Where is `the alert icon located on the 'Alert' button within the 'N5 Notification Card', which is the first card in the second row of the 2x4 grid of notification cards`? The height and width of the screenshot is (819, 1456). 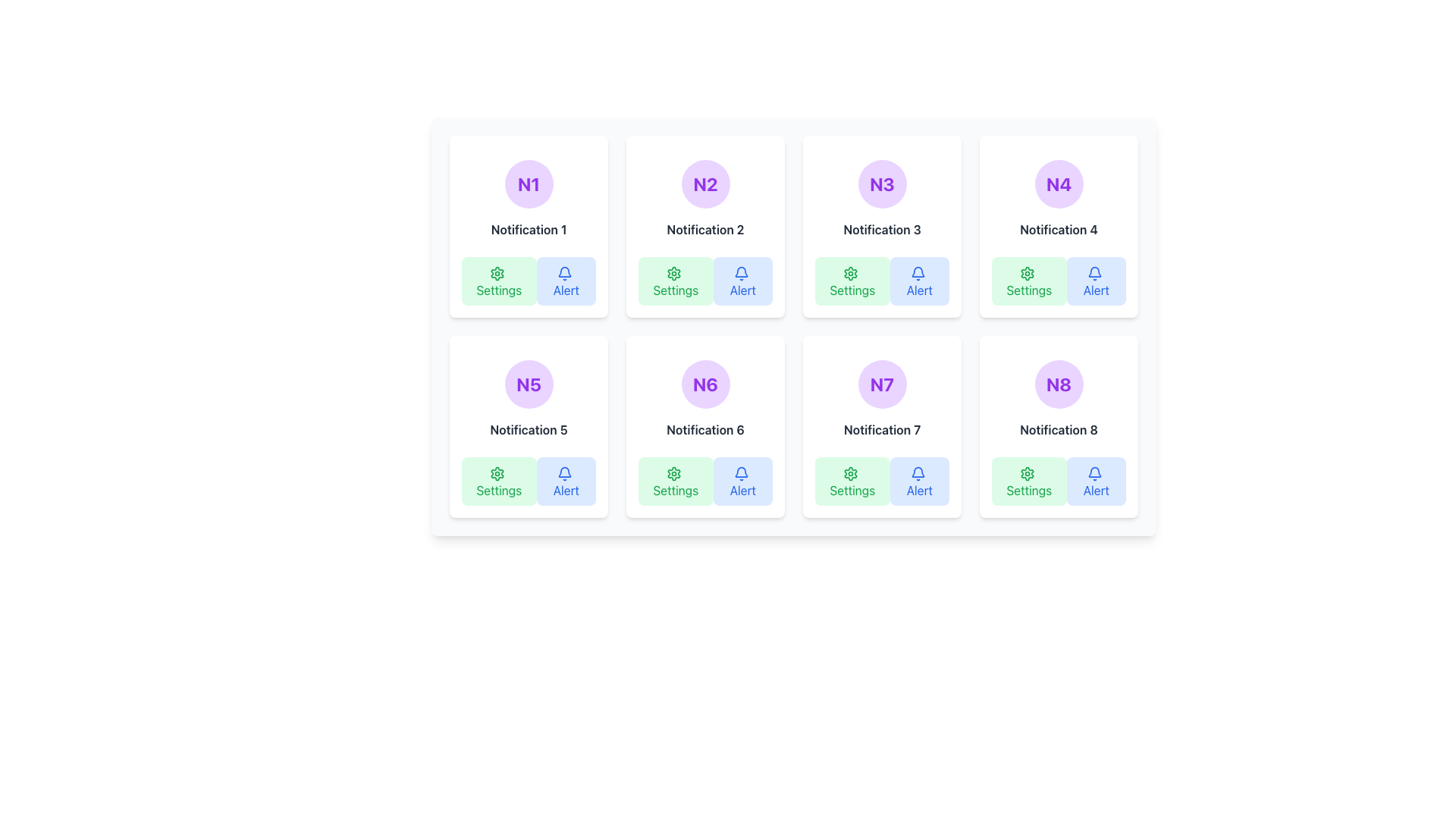 the alert icon located on the 'Alert' button within the 'N5 Notification Card', which is the first card in the second row of the 2x4 grid of notification cards is located at coordinates (563, 472).